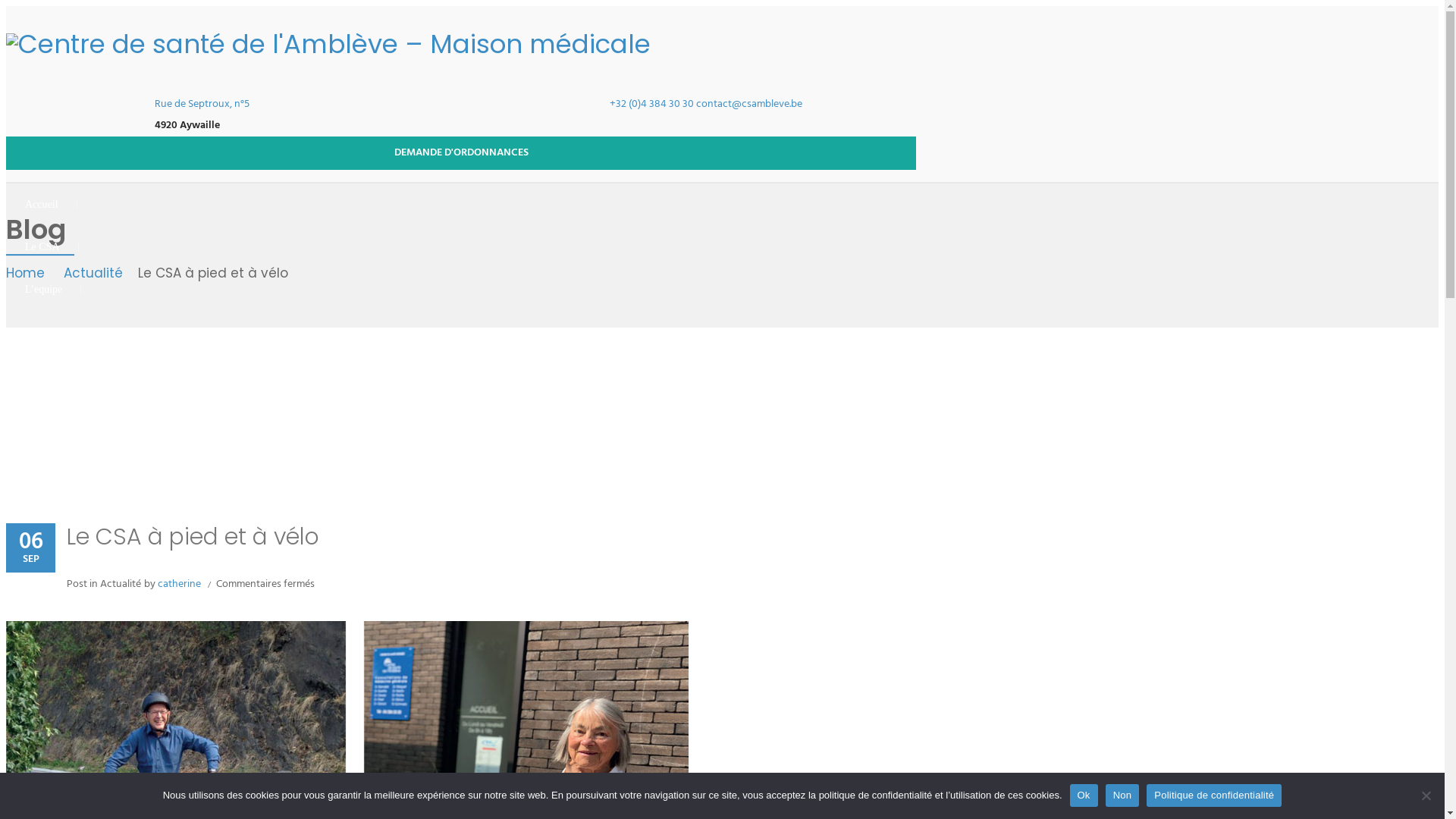 This screenshot has height=819, width=1456. Describe the element at coordinates (1106, 795) in the screenshot. I see `'Non'` at that location.